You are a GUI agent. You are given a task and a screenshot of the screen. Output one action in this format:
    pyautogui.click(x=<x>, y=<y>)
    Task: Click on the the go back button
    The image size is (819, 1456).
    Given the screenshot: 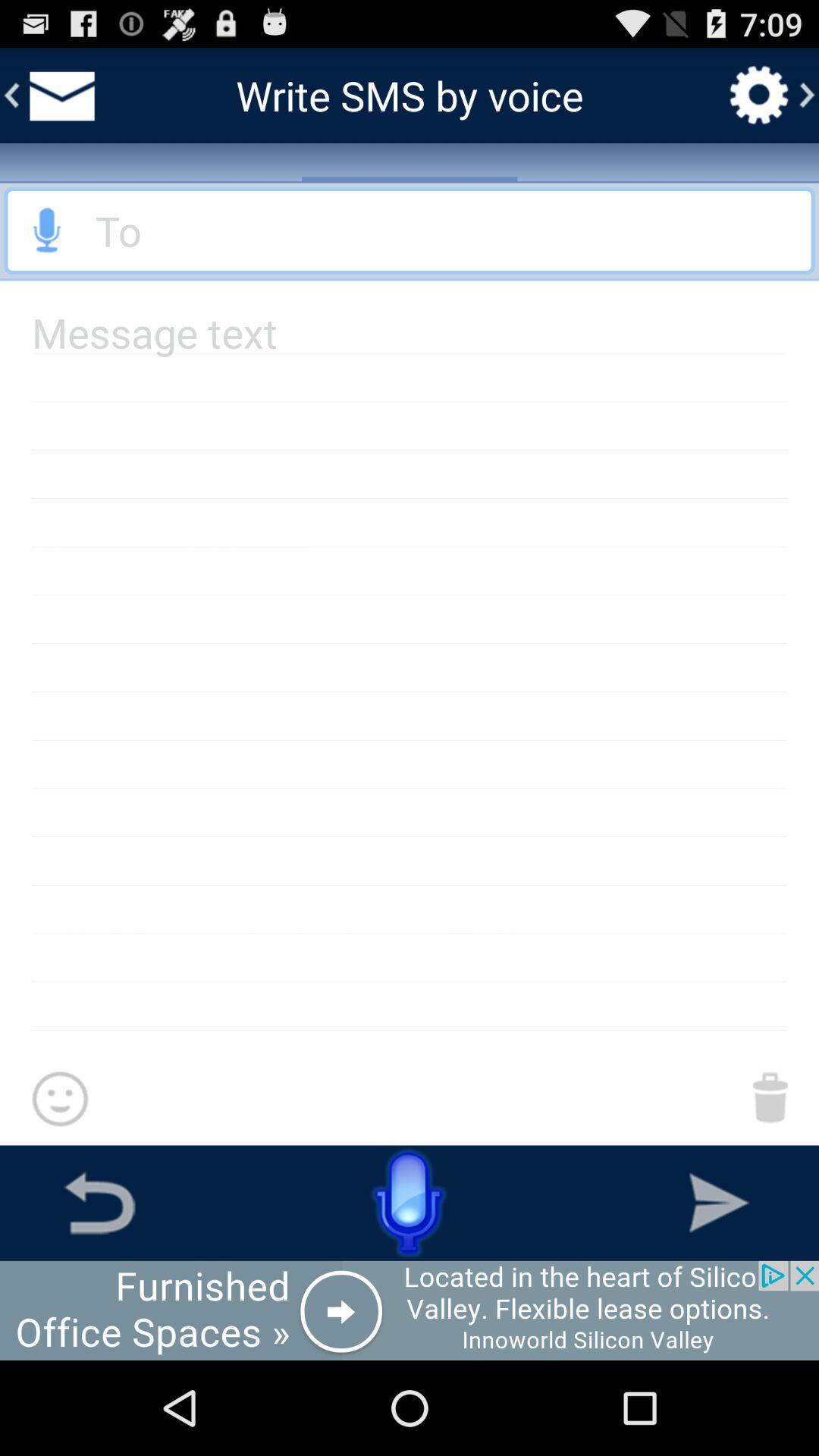 What is the action you would take?
    pyautogui.click(x=99, y=1202)
    